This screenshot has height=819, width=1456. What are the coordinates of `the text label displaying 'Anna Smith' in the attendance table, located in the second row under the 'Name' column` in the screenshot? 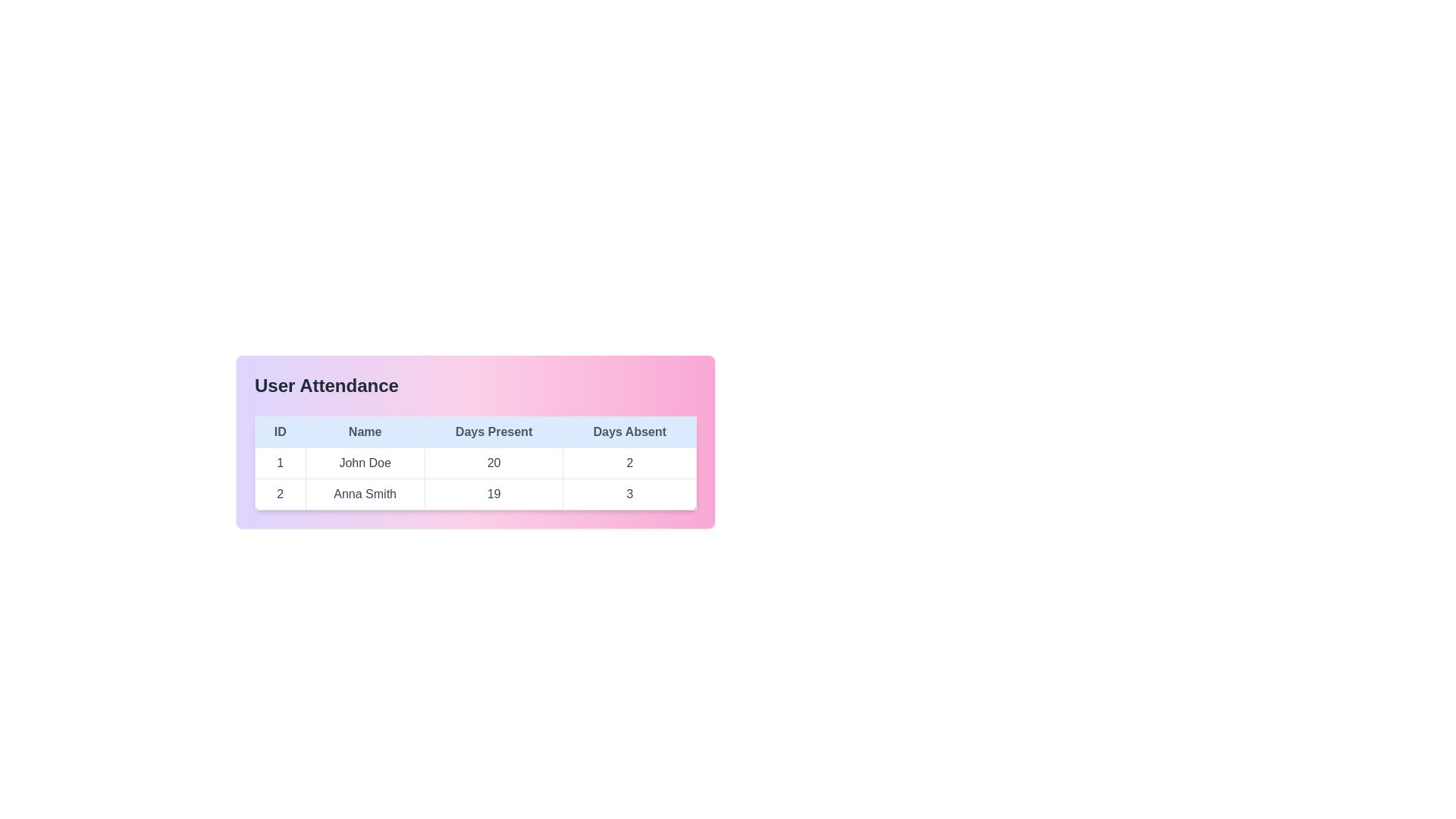 It's located at (365, 494).